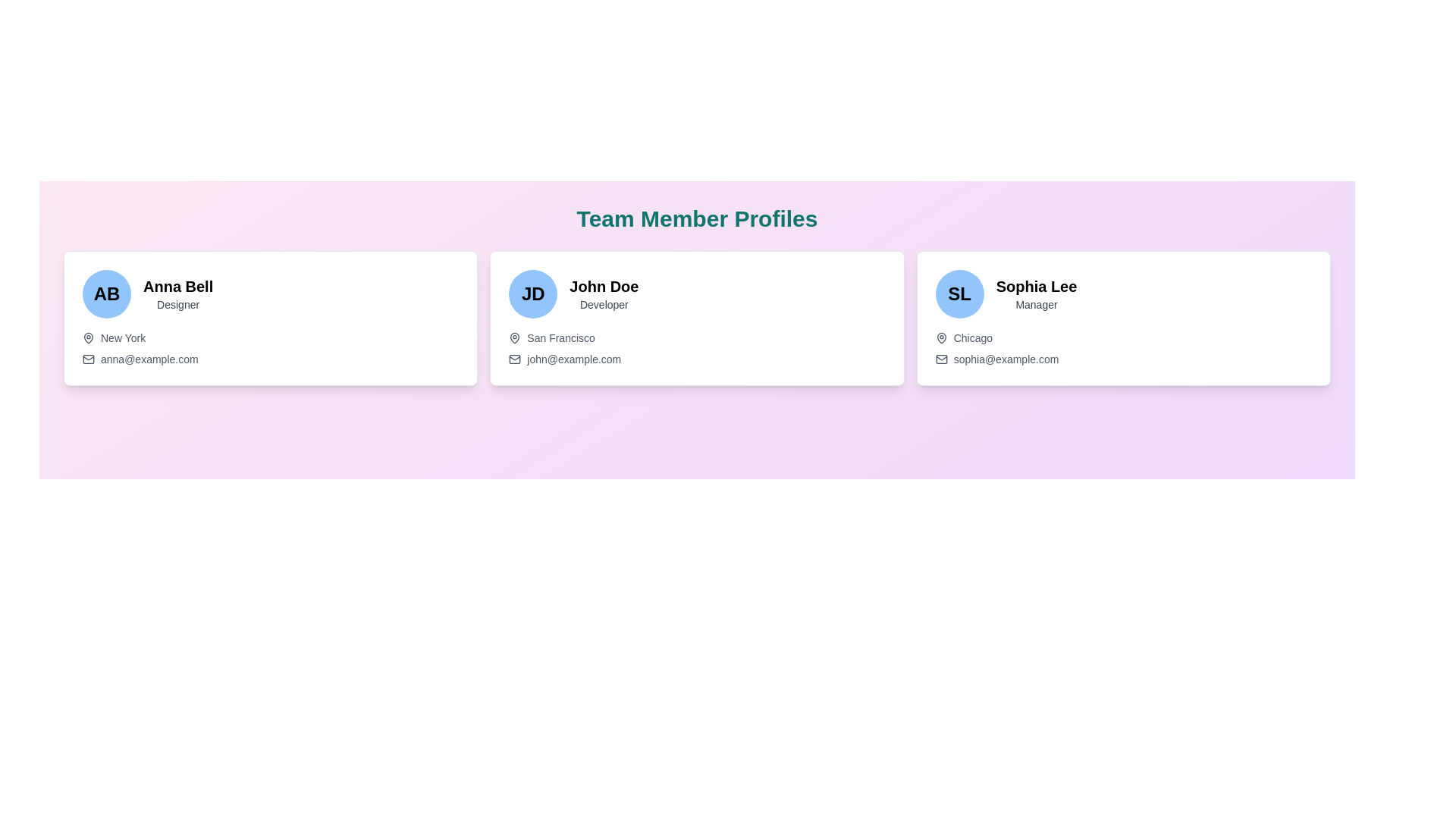 The image size is (1456, 819). What do you see at coordinates (178, 294) in the screenshot?
I see `the Text Display element that shows the name 'Anna Bell' and the role 'Designer', located below the circular blue initials 'AB' in the upper left section of the team profiles card` at bounding box center [178, 294].